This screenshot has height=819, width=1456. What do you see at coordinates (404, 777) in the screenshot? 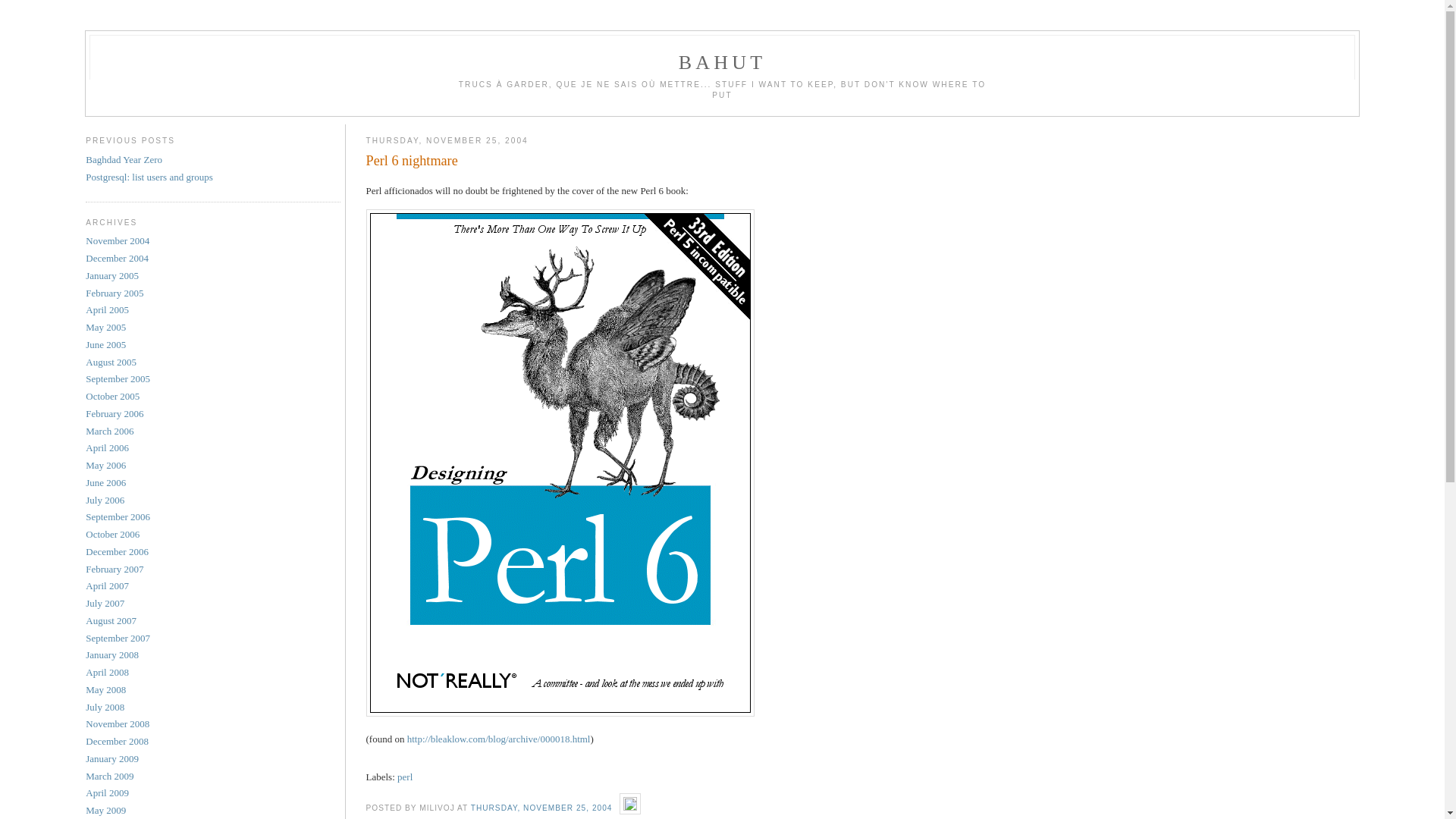
I see `'perl'` at bounding box center [404, 777].